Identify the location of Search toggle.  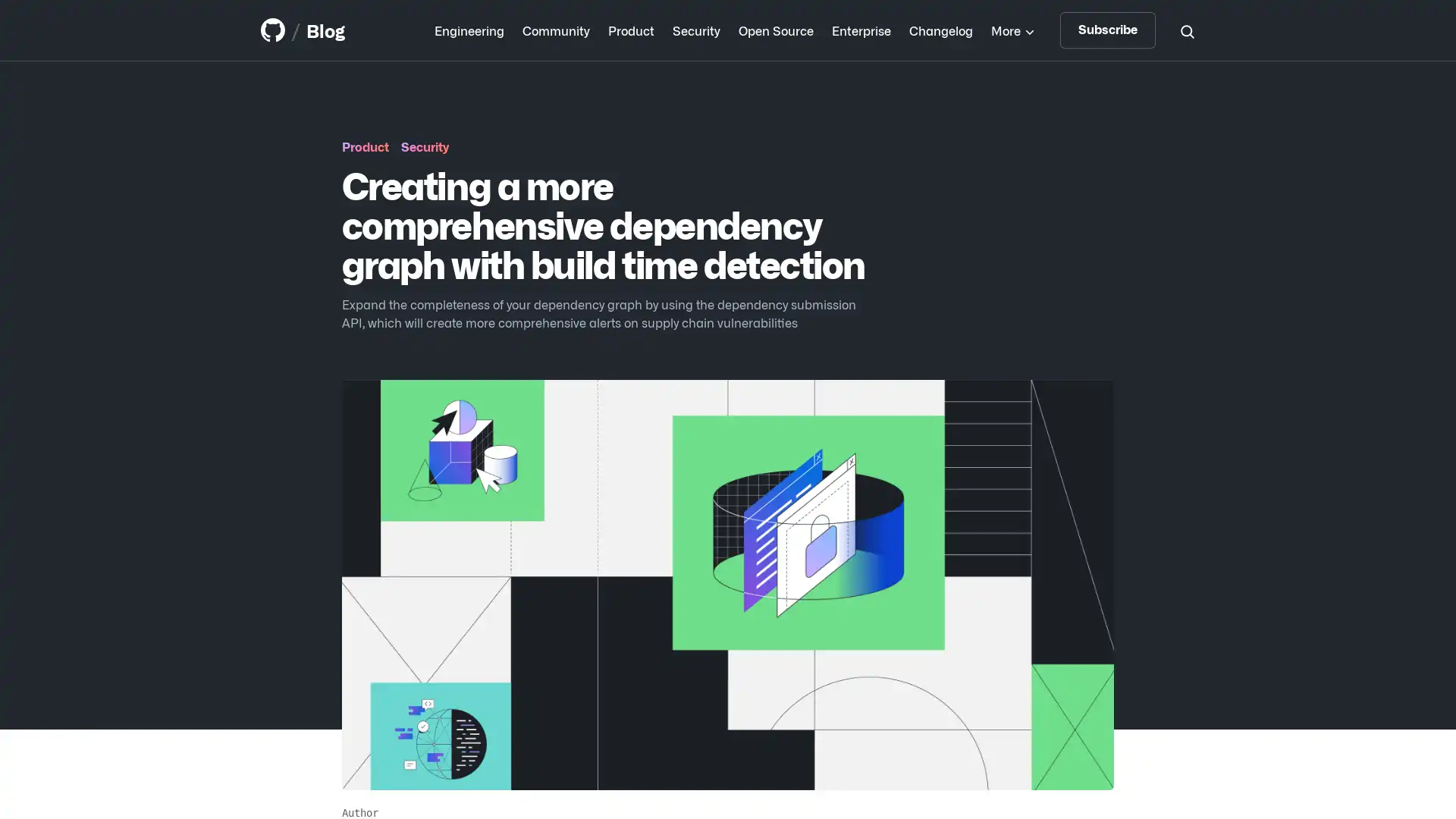
(1186, 29).